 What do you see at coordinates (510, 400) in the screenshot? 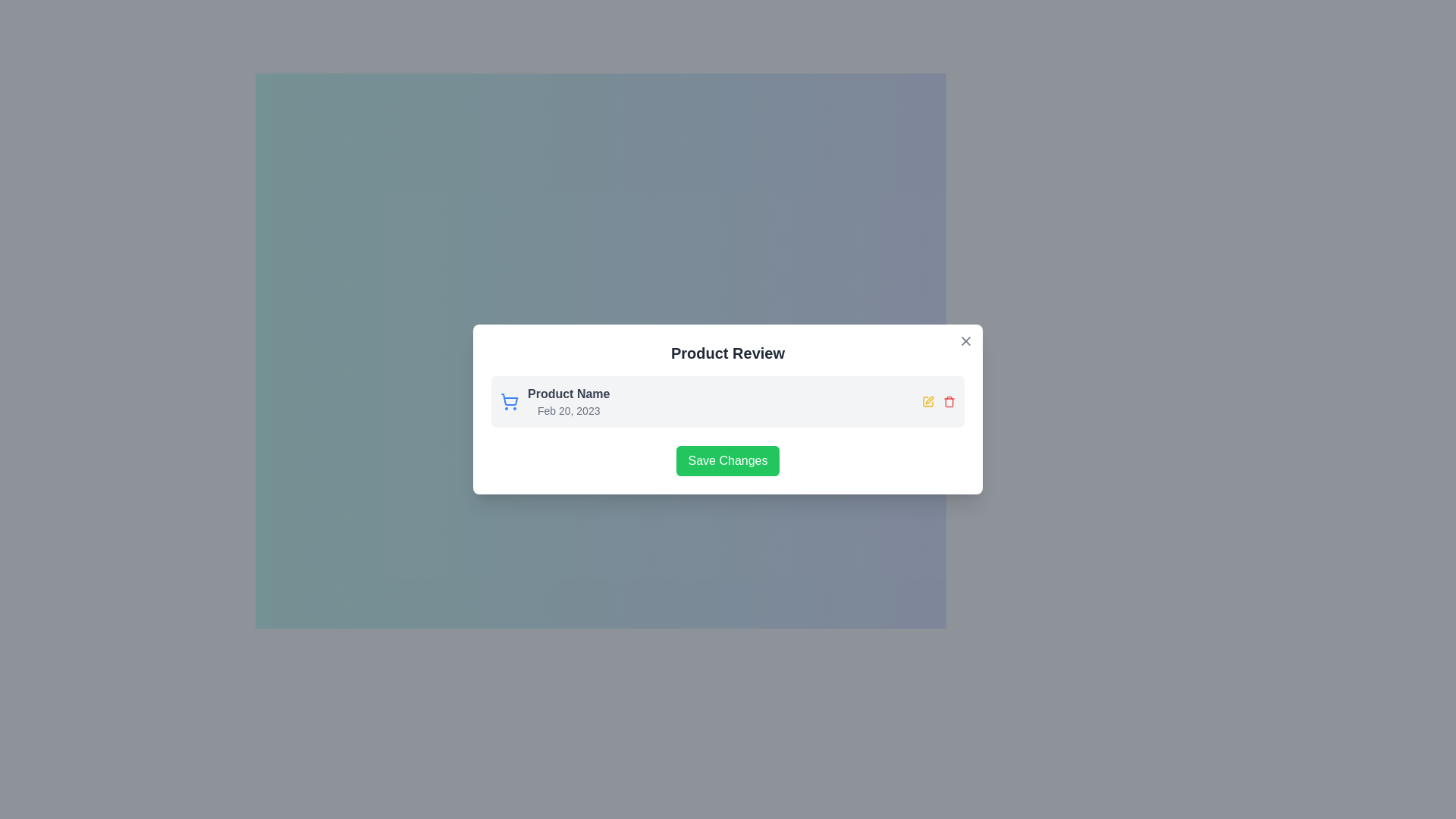
I see `the shopping cart icon with a blue outline, which is positioned prominently to the left of the text 'Product Name' and 'Feb 20, 2023'` at bounding box center [510, 400].